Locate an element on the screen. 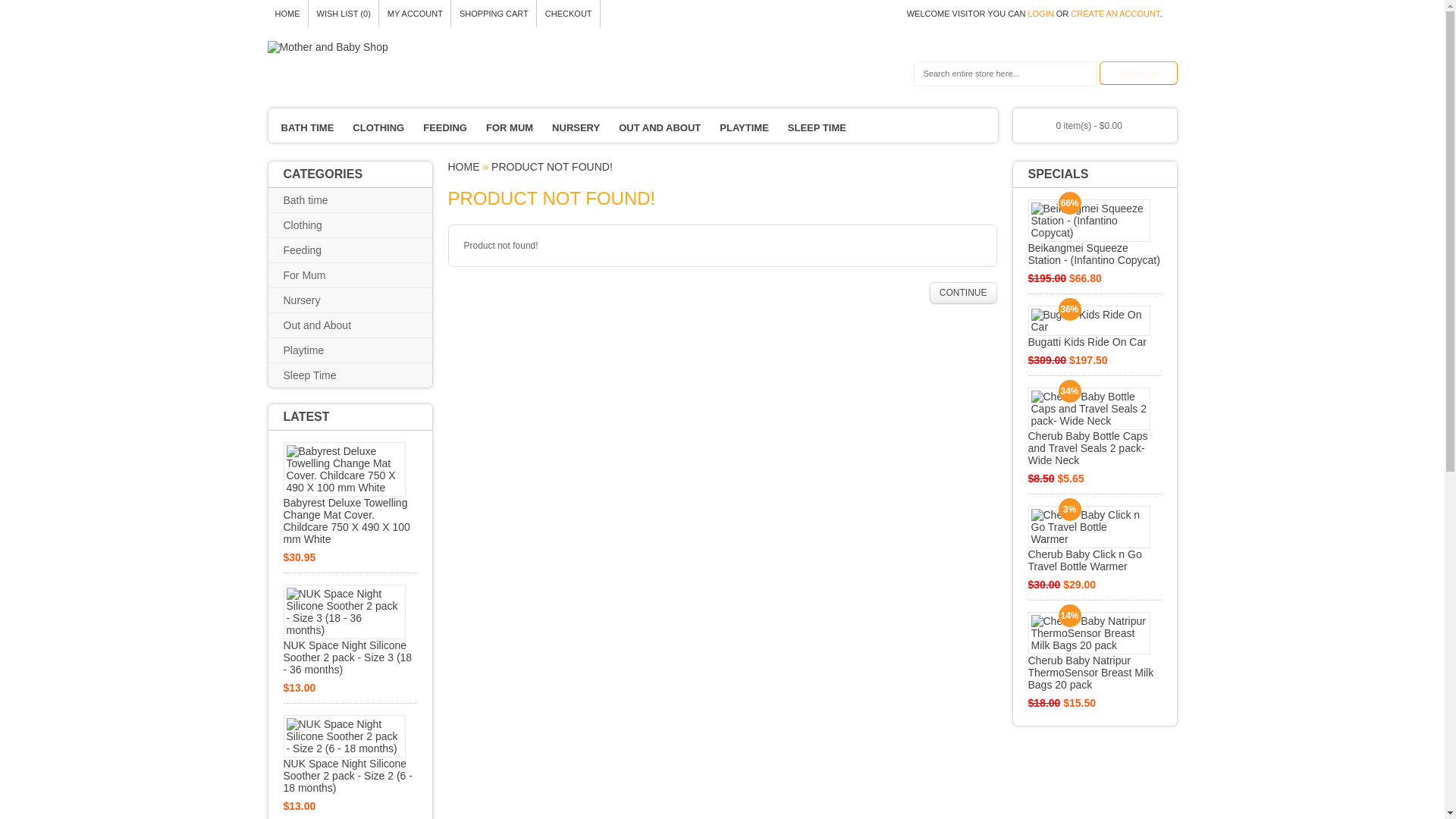  'CREATE AN ACCOUNT' is located at coordinates (1115, 14).